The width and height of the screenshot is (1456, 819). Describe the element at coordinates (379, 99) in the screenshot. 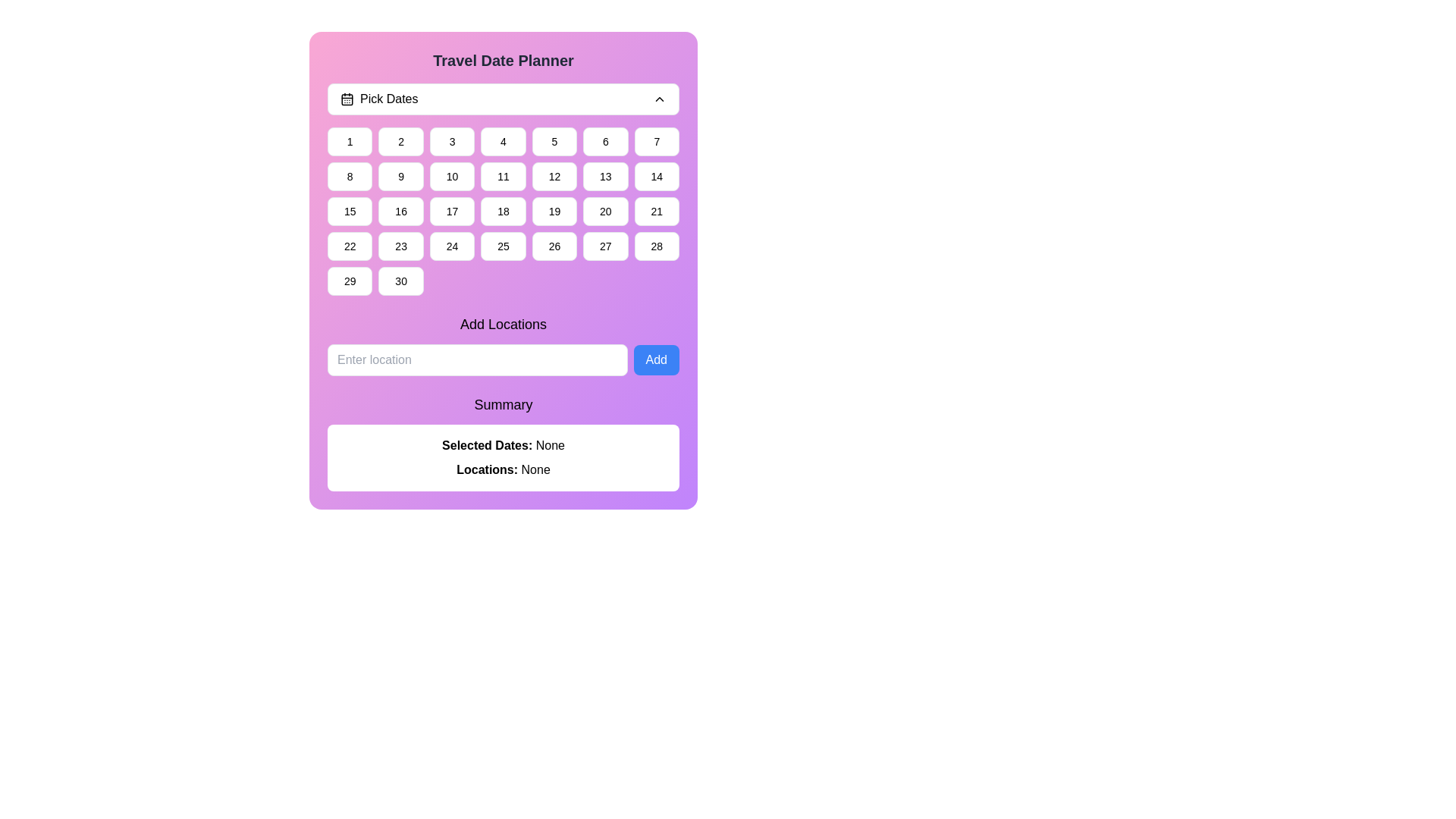

I see `the label with an icon for date selection in the 'Travel Date Planner' card` at that location.